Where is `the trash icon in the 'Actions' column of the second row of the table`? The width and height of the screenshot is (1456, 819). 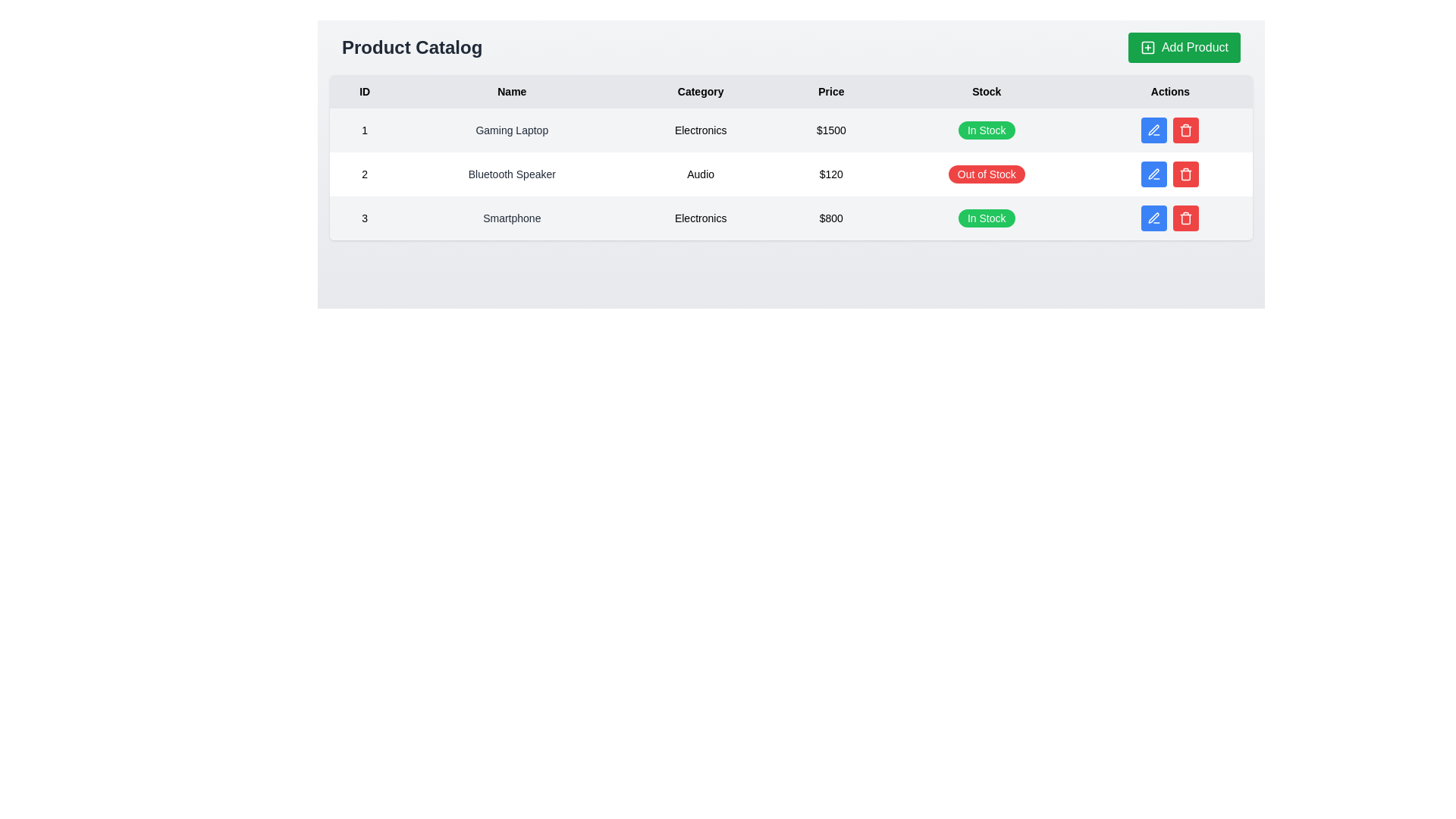
the trash icon in the 'Actions' column of the second row of the table is located at coordinates (1185, 174).